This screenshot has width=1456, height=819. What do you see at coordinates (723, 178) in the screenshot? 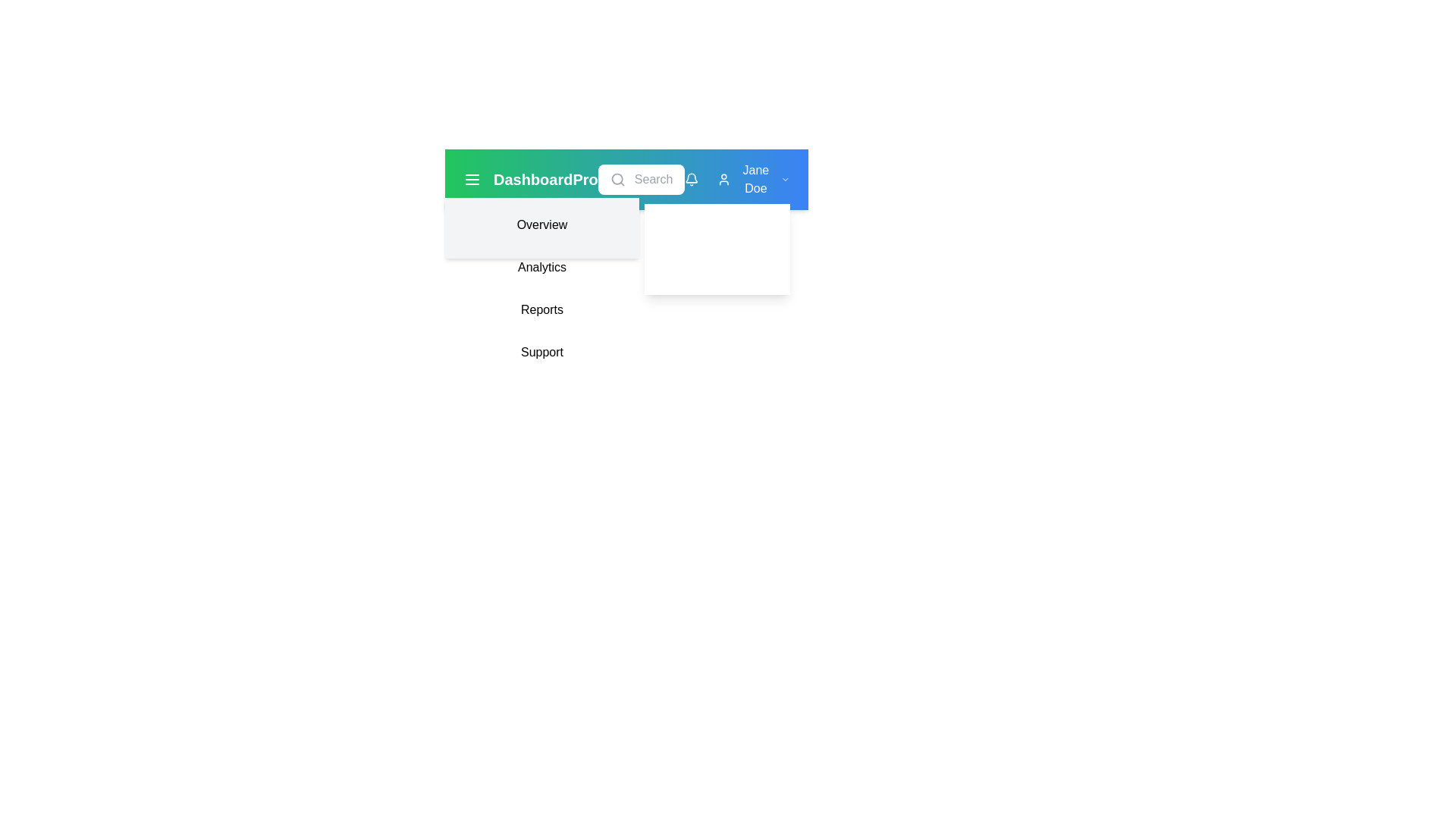
I see `the user icon located at the top right of the interface, adjacent to the text label 'Jane Doe'` at bounding box center [723, 178].